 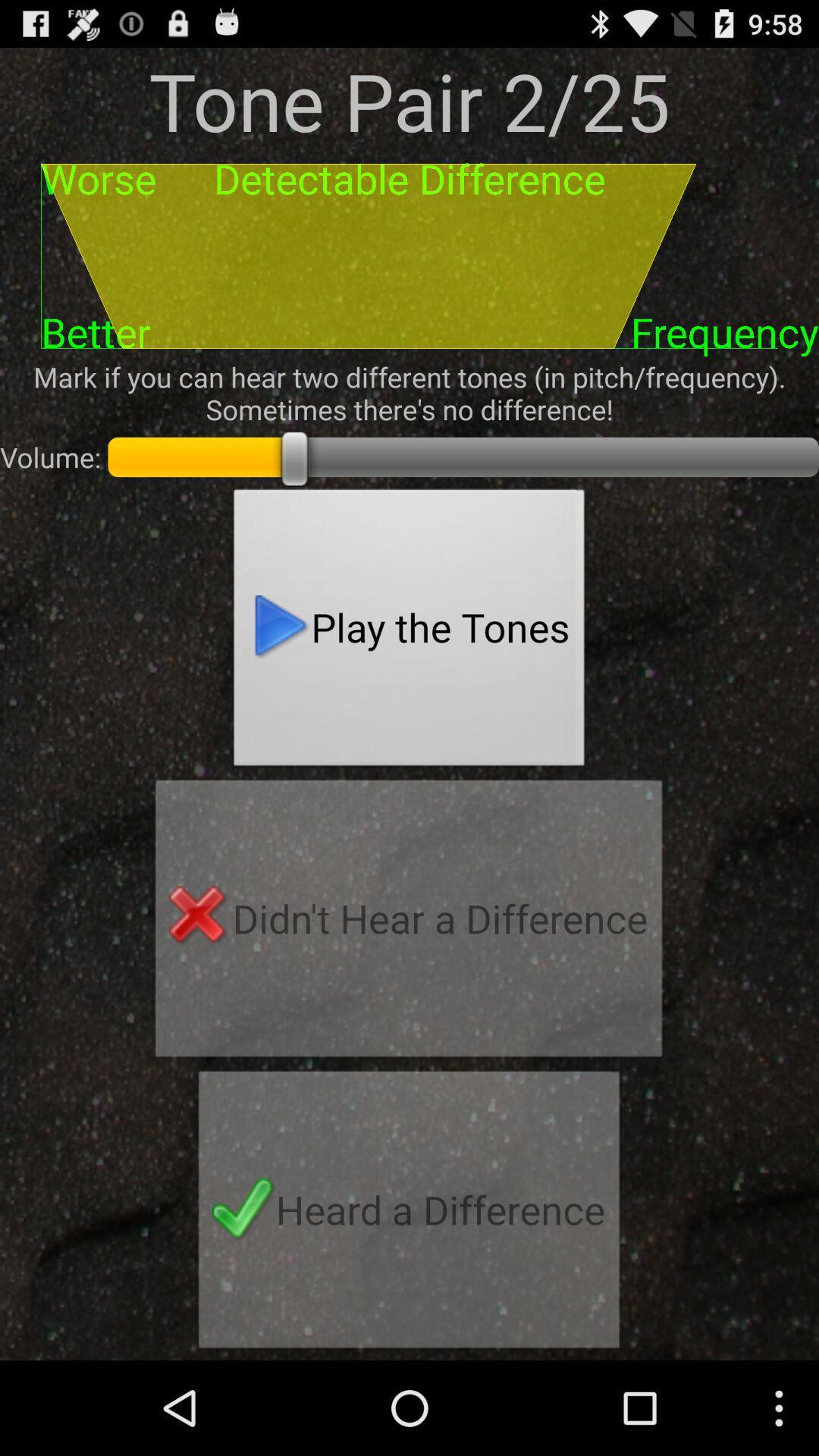 What do you see at coordinates (408, 922) in the screenshot?
I see `the item below the play the tones` at bounding box center [408, 922].